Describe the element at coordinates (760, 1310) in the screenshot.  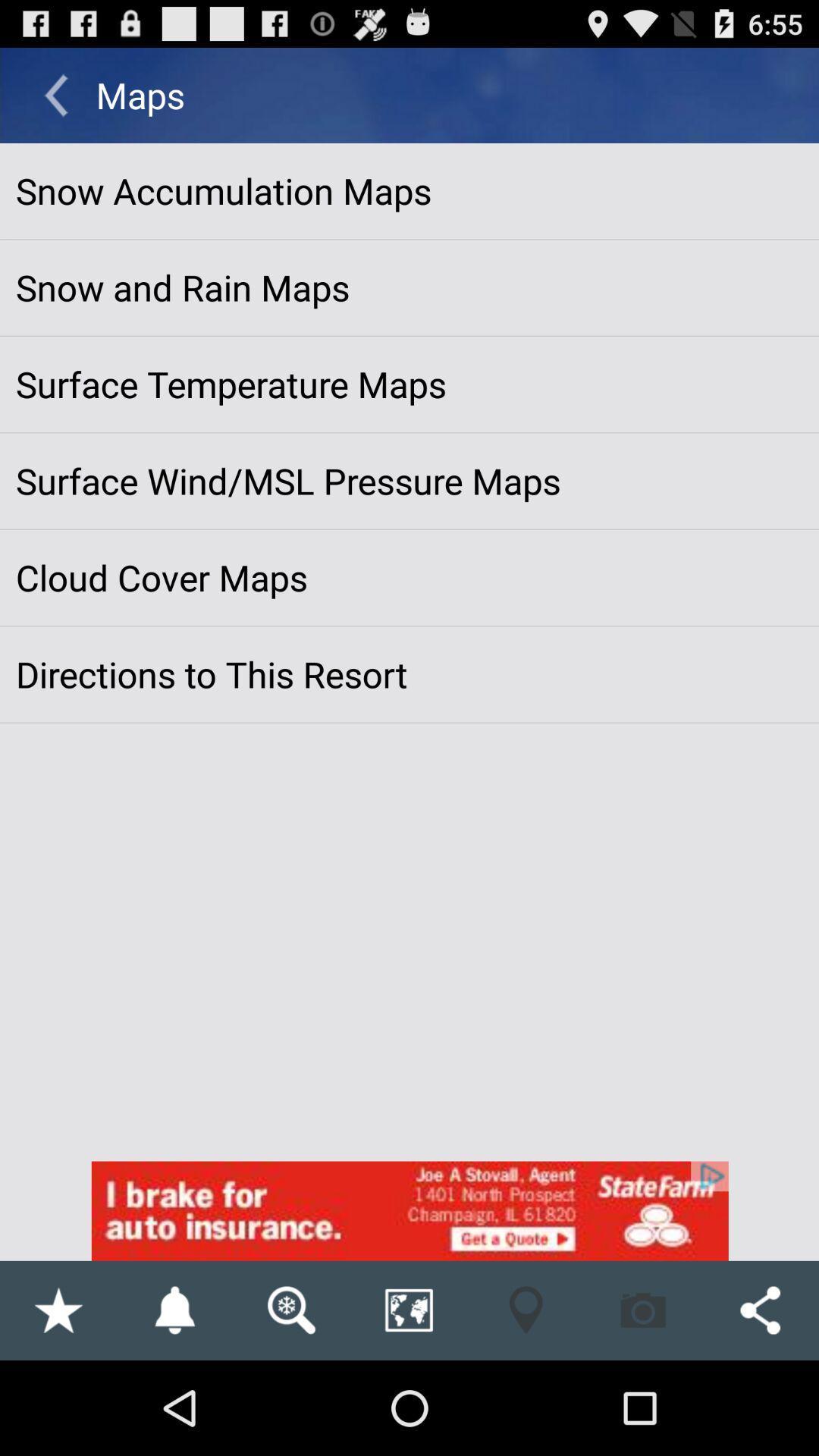
I see `the share button on the bottom right corner of the web page` at that location.